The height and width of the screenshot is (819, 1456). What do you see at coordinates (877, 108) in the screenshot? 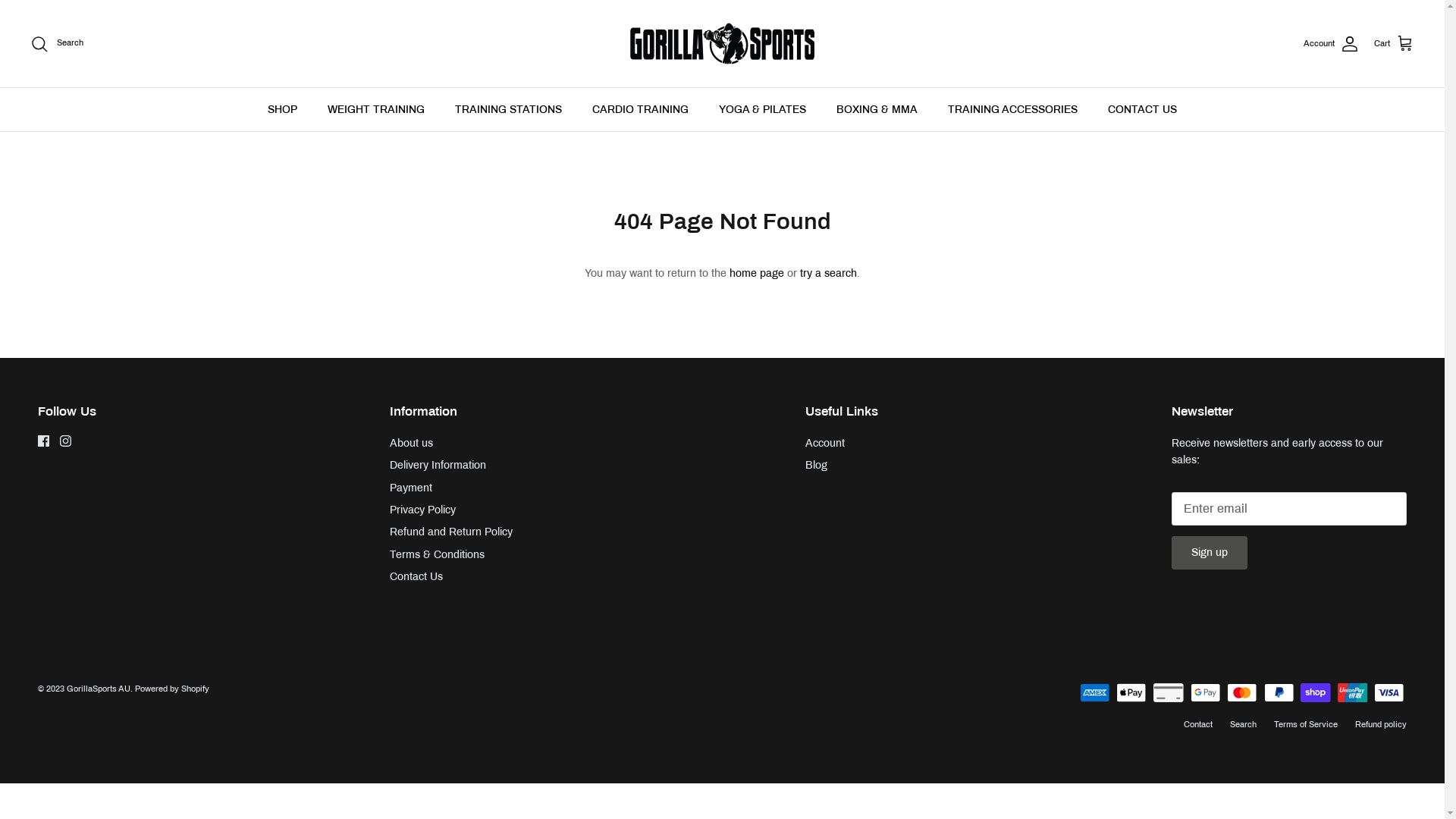
I see `'BOXING & MMA'` at bounding box center [877, 108].